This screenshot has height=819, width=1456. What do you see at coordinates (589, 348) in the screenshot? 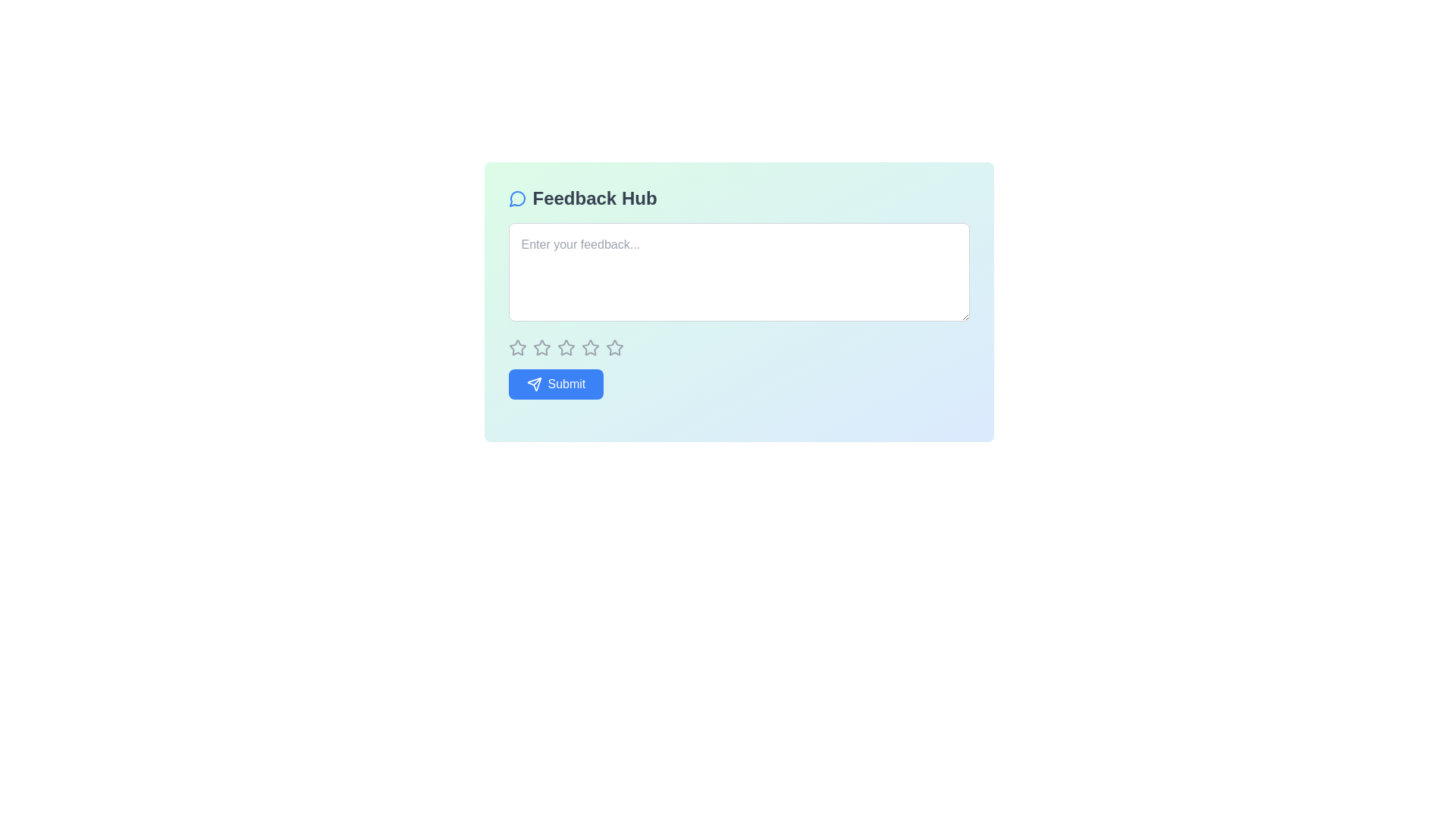
I see `the fourth star-shaped rating icon with gray borders and a hollow center in a row of five stars` at bounding box center [589, 348].